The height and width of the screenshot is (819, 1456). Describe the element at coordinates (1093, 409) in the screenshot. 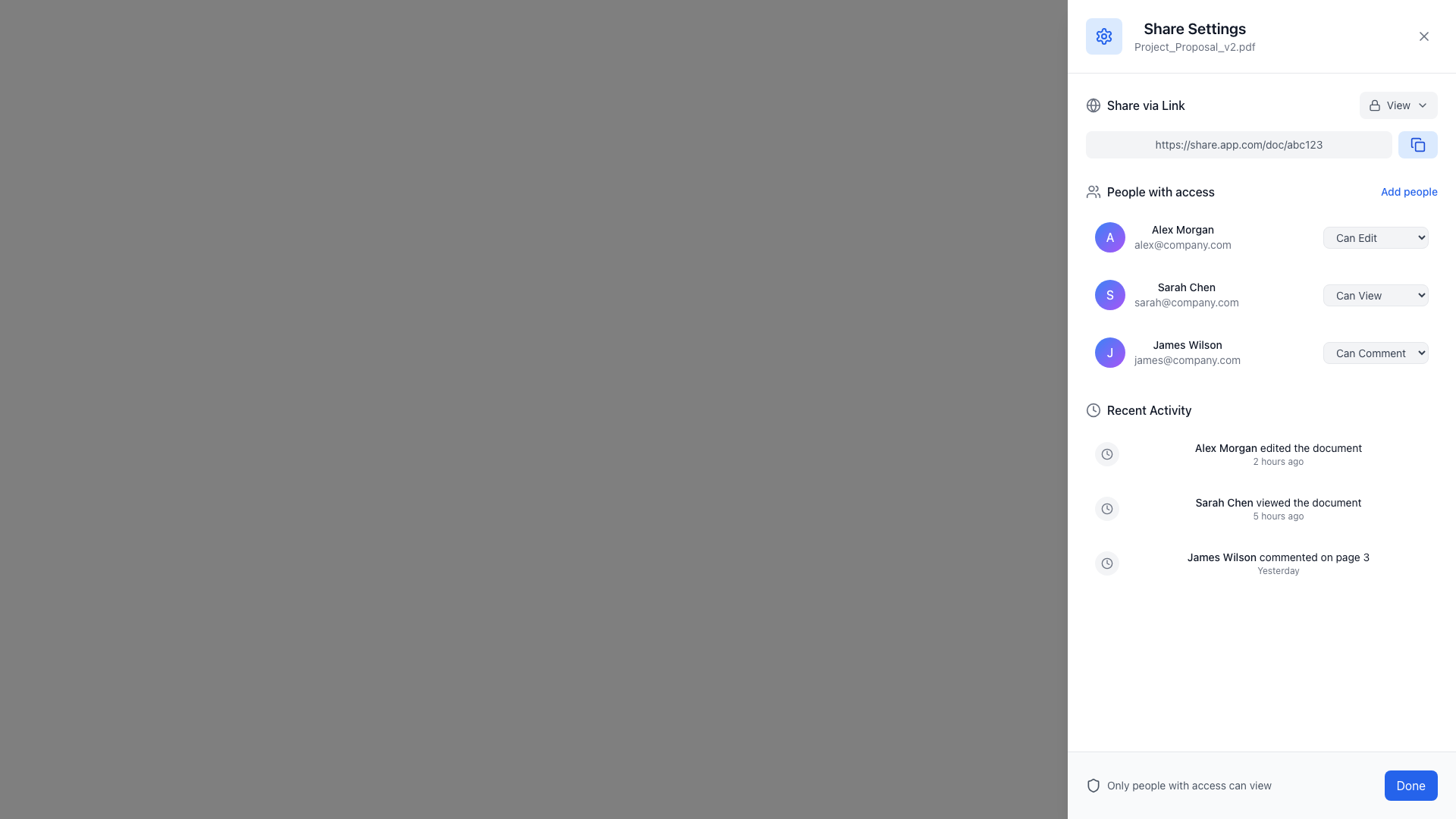

I see `the circular decorative vector shape that is part of the clock icon located` at that location.